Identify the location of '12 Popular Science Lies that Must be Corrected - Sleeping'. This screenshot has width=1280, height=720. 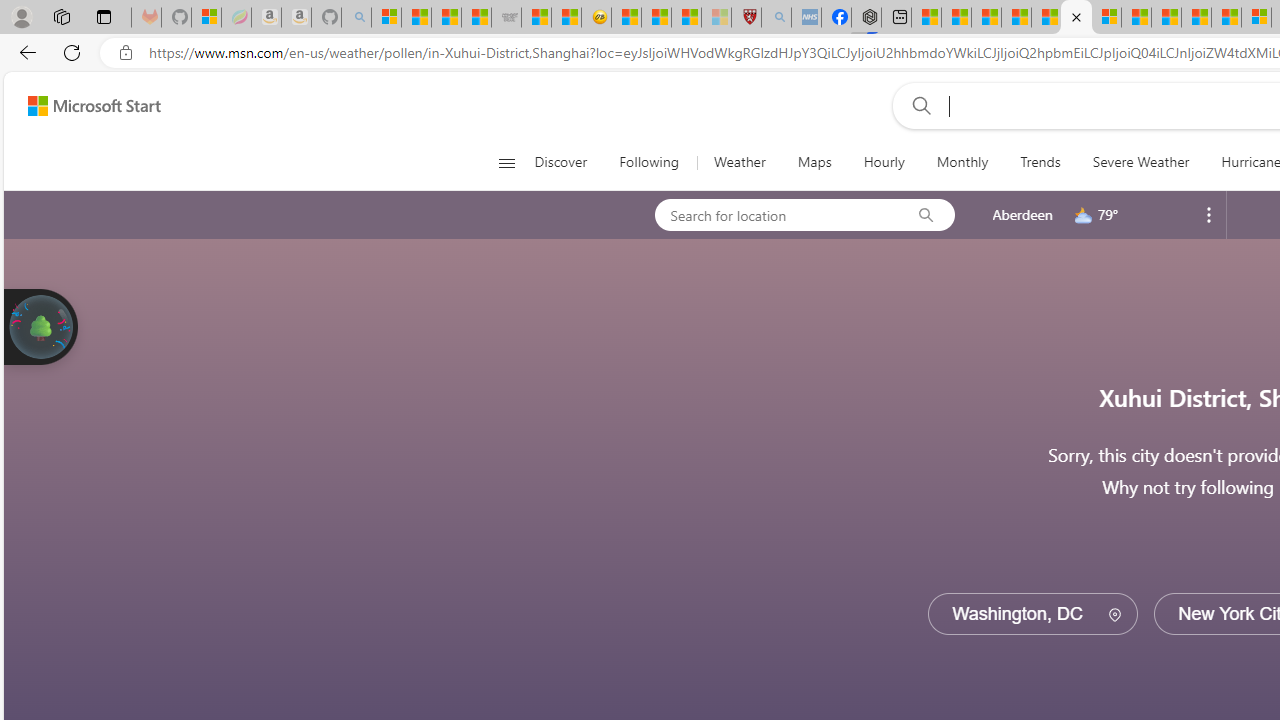
(716, 17).